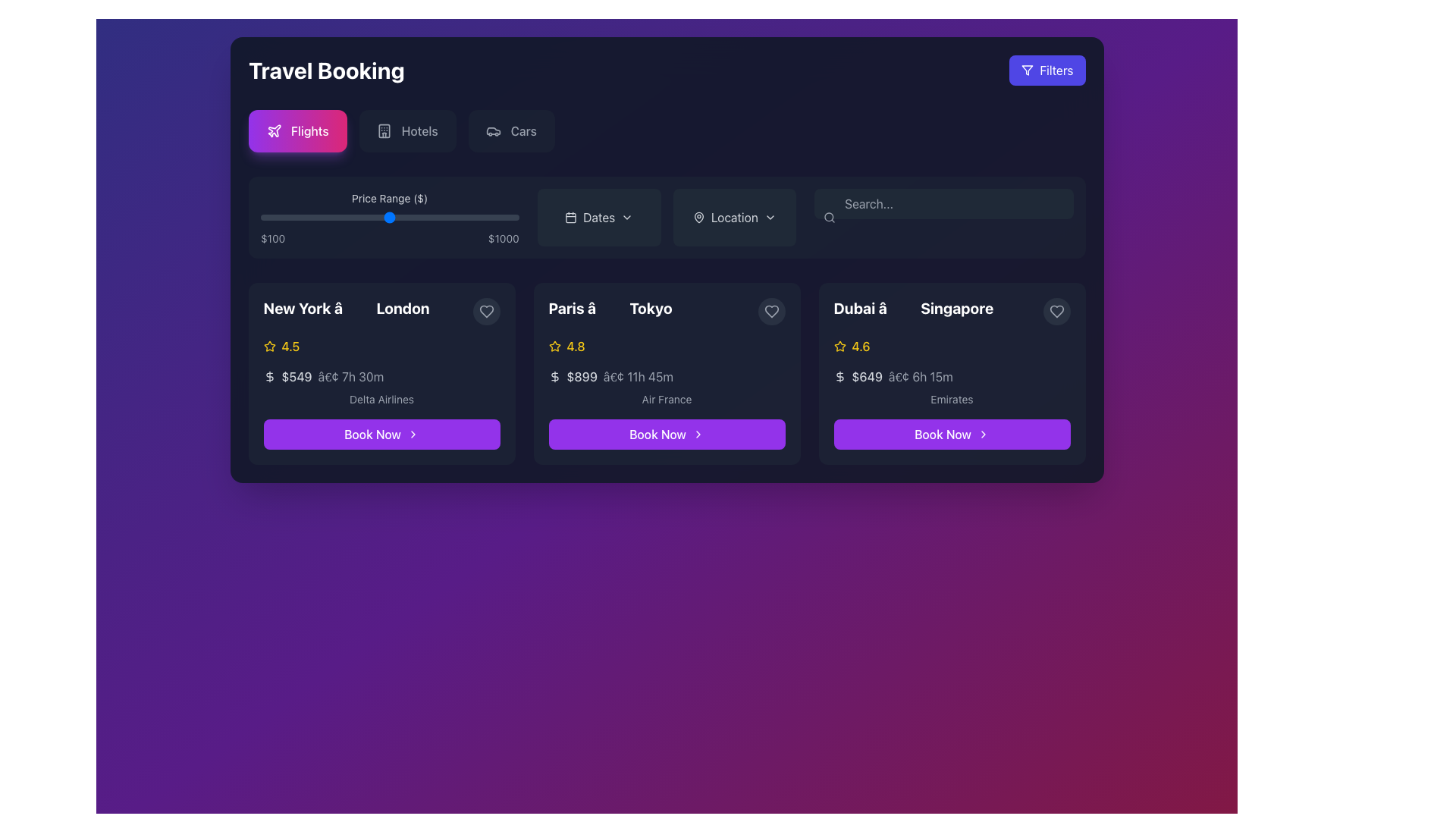  Describe the element at coordinates (667, 311) in the screenshot. I see `the label displaying the travel route 'Paris → Tokyo', which is styled in bold white font on a dark background, located near the top of the information card for flights` at that location.